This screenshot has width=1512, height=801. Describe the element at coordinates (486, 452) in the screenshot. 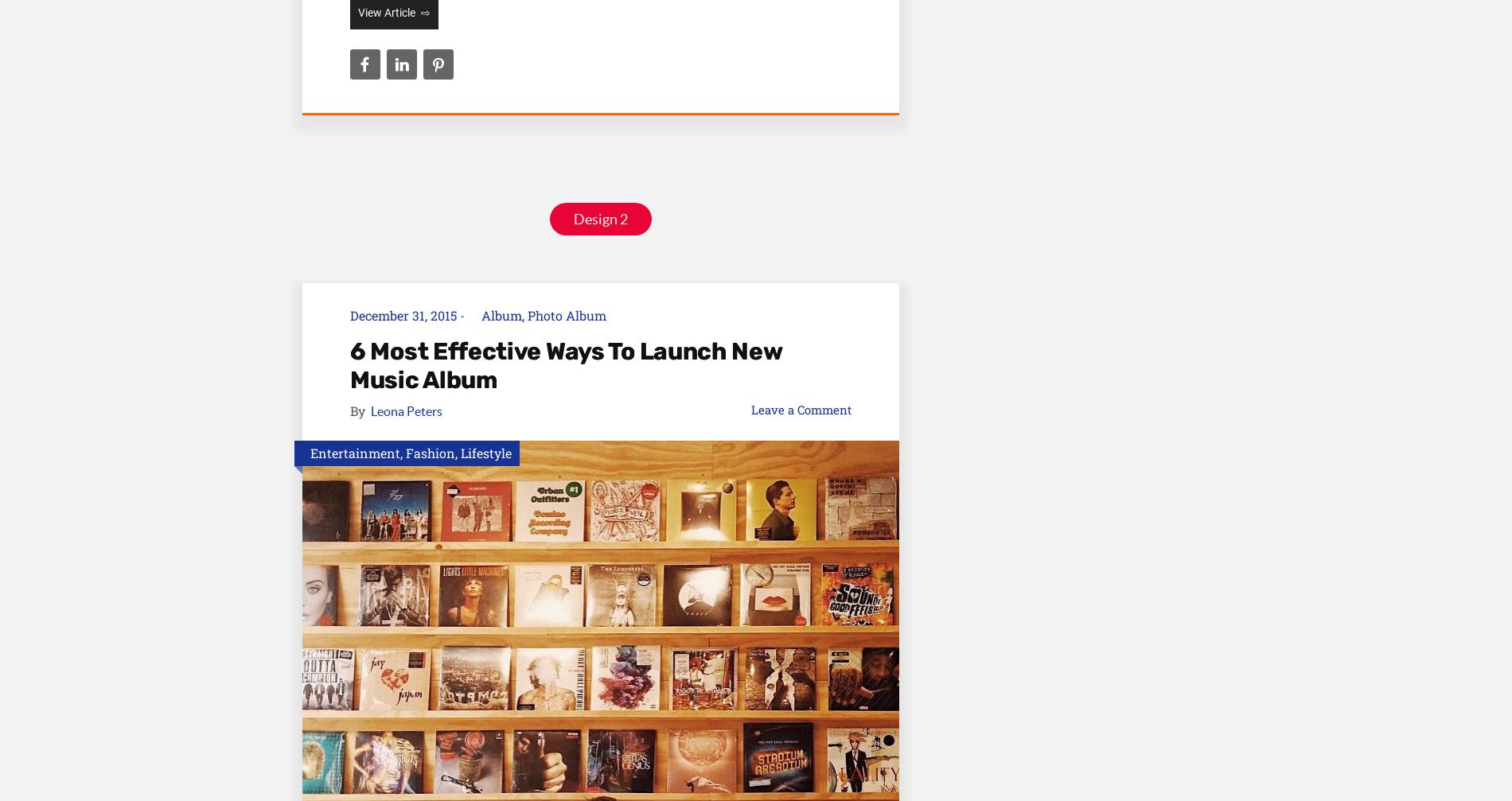

I see `'Lifestyle'` at that location.